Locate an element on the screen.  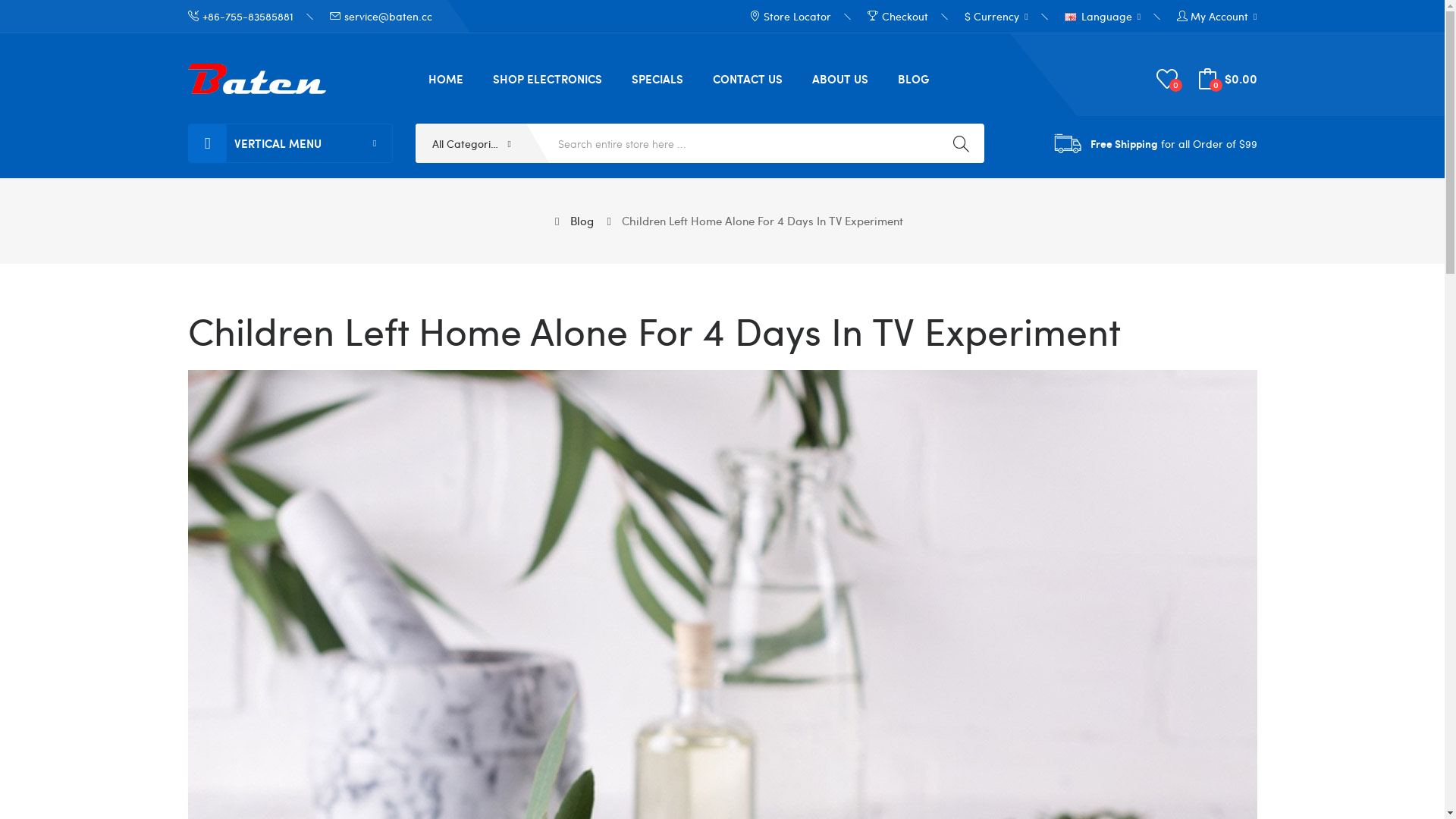
'CONTACT US' is located at coordinates (698, 78).